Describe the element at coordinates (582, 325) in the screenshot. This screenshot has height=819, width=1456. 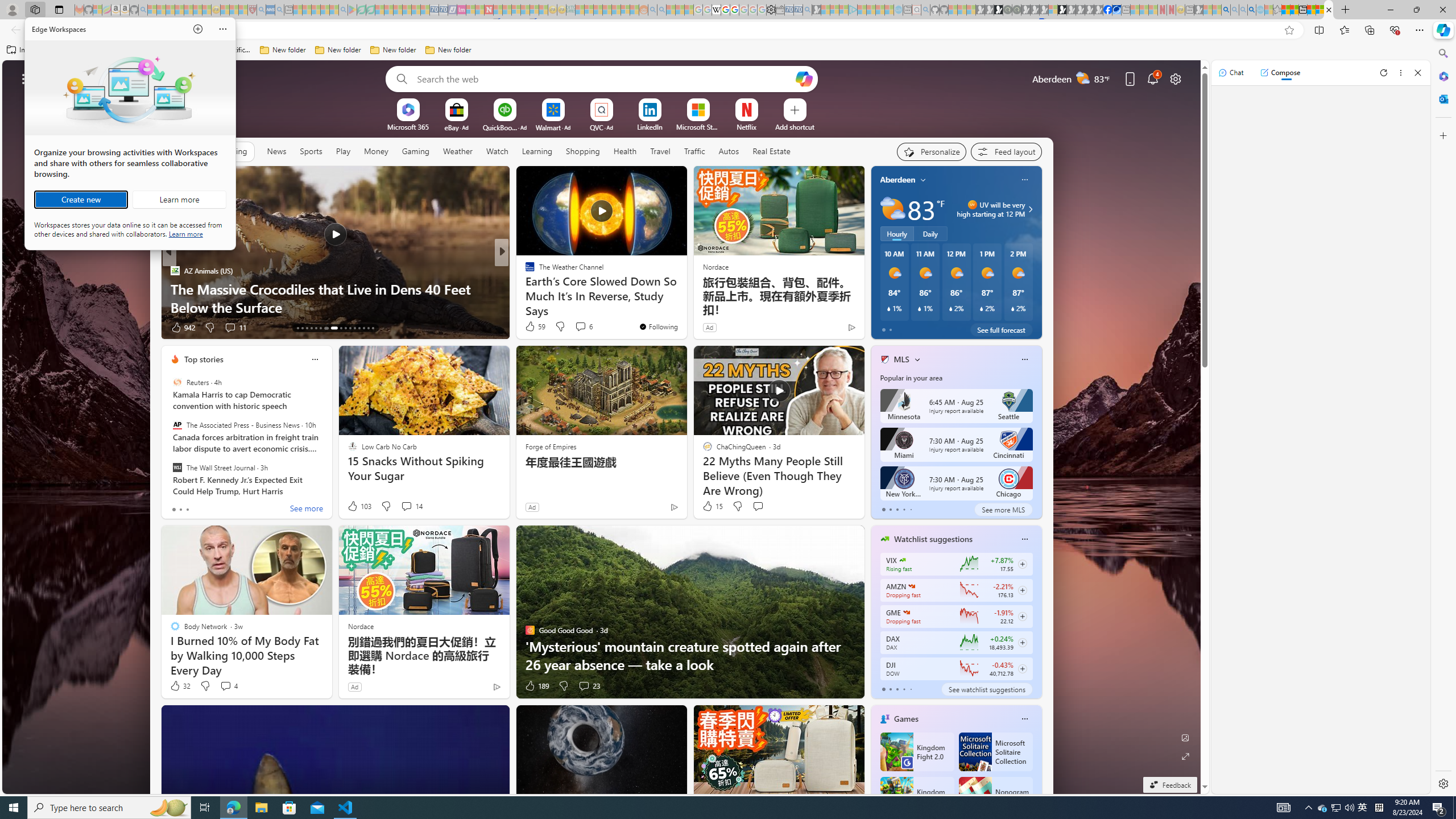
I see `'View comments 6 Comment'` at that location.